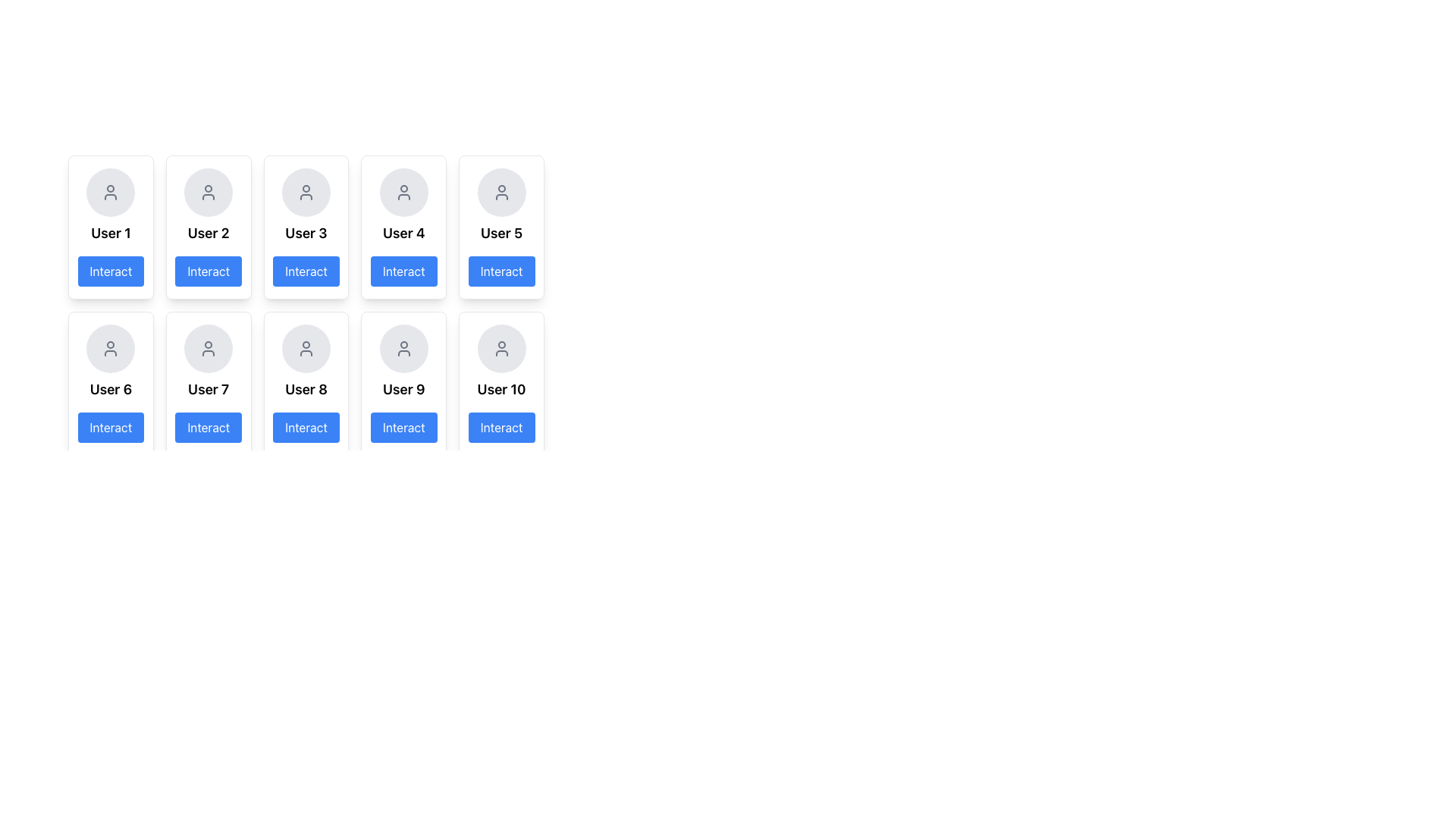 This screenshot has height=819, width=1456. I want to click on the circular user silhouette icon with a gray background, located at the top center of the 'User 6' card, so click(110, 348).